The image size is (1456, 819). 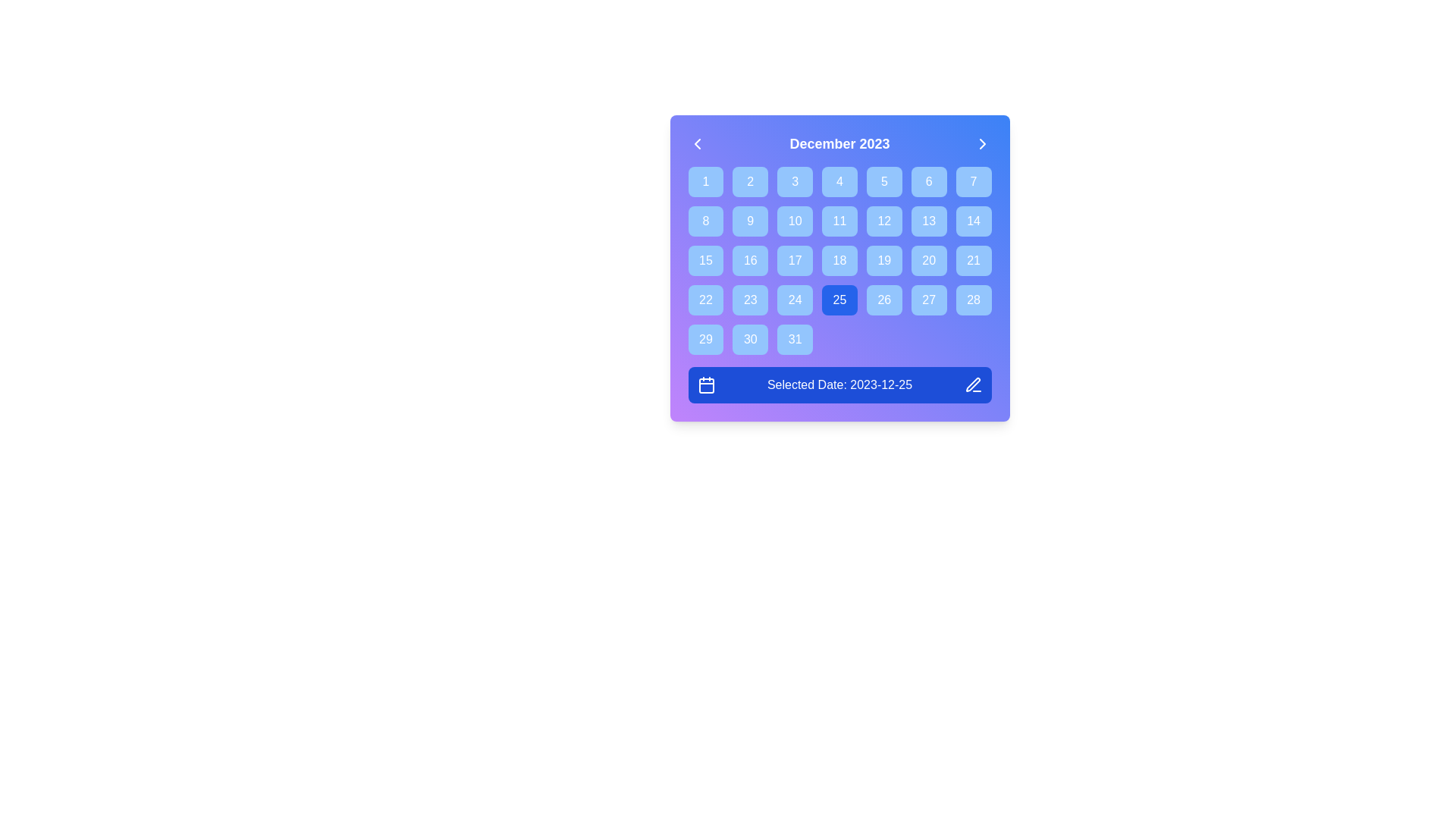 What do you see at coordinates (794, 338) in the screenshot?
I see `the button representing the 31st day in the calendar view to trigger the hover effect` at bounding box center [794, 338].